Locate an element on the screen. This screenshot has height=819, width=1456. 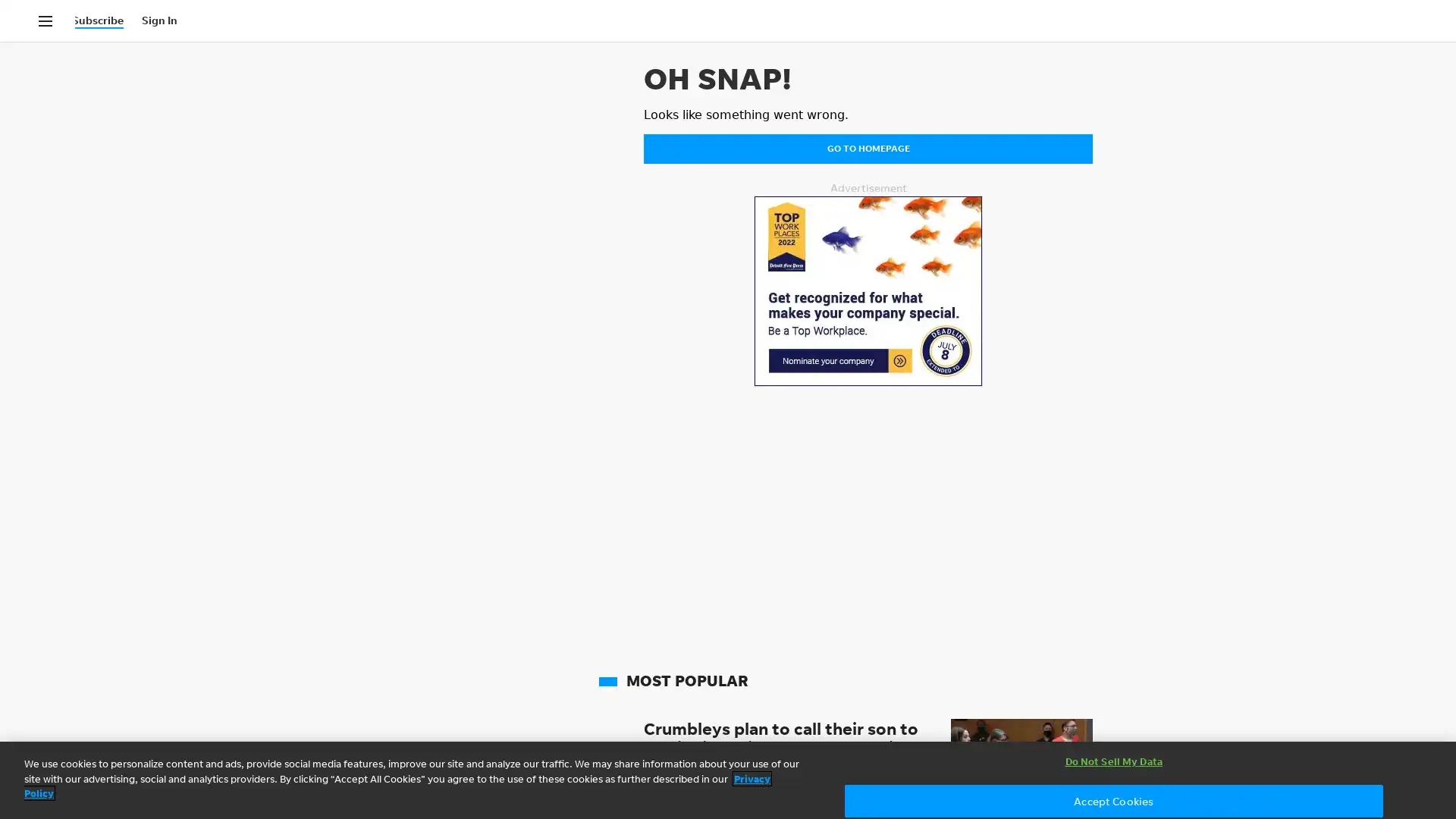
Do Not Sell My Data is located at coordinates (1113, 761).